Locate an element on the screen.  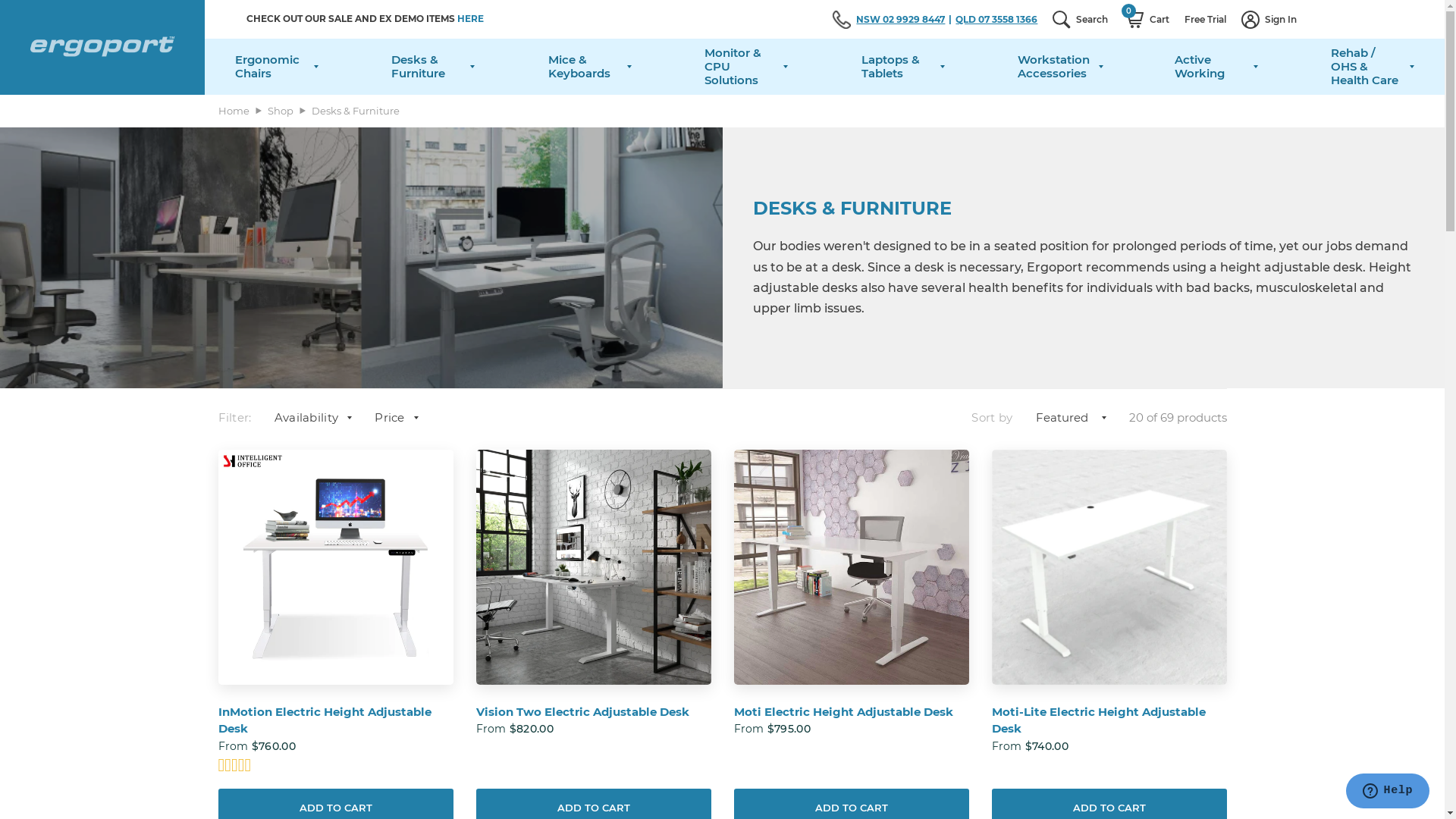
'Rehab / OHS & Health Care' is located at coordinates (1372, 66).